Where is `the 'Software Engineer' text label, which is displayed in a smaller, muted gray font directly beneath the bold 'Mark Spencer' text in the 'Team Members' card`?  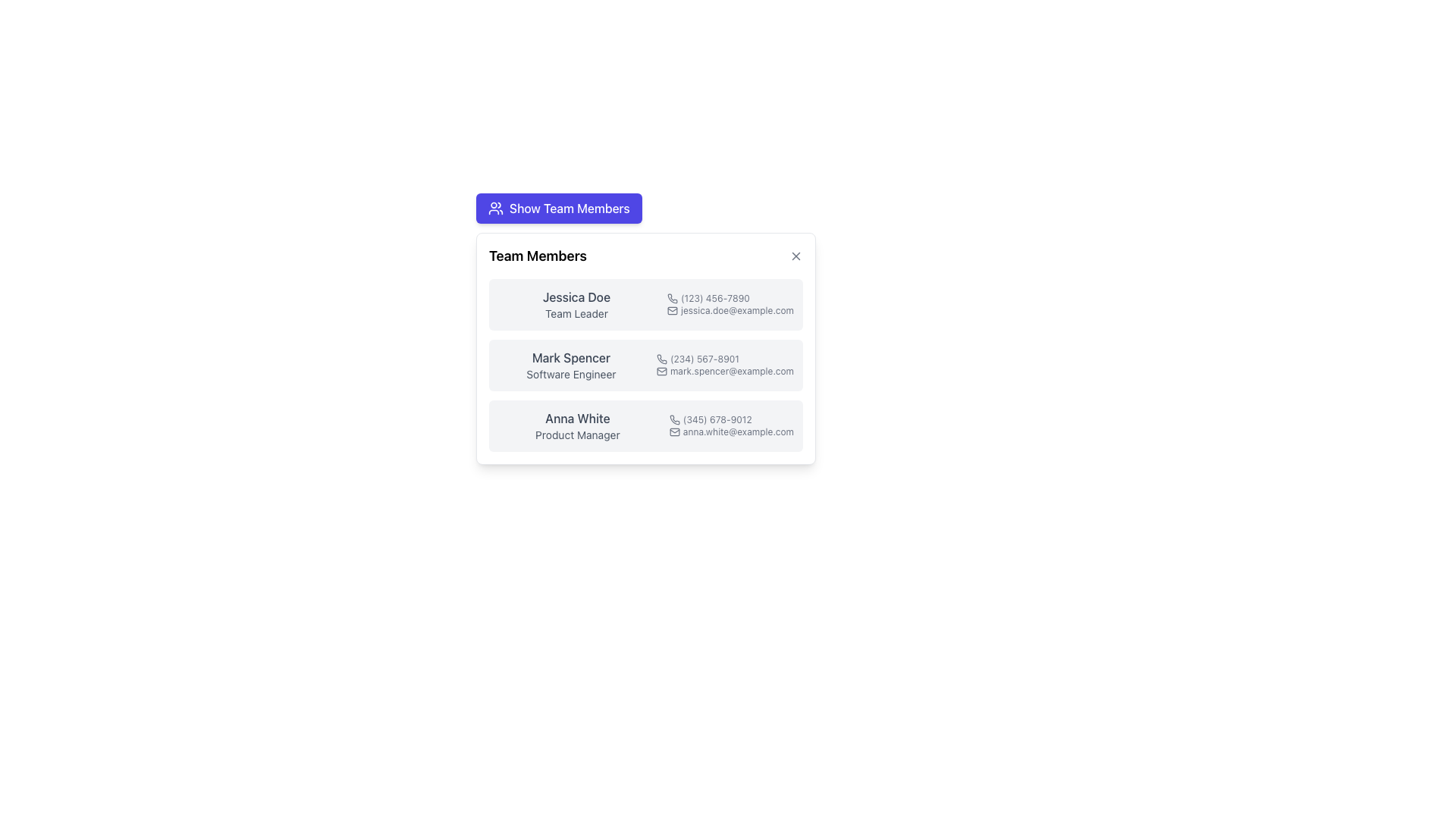 the 'Software Engineer' text label, which is displayed in a smaller, muted gray font directly beneath the bold 'Mark Spencer' text in the 'Team Members' card is located at coordinates (570, 374).